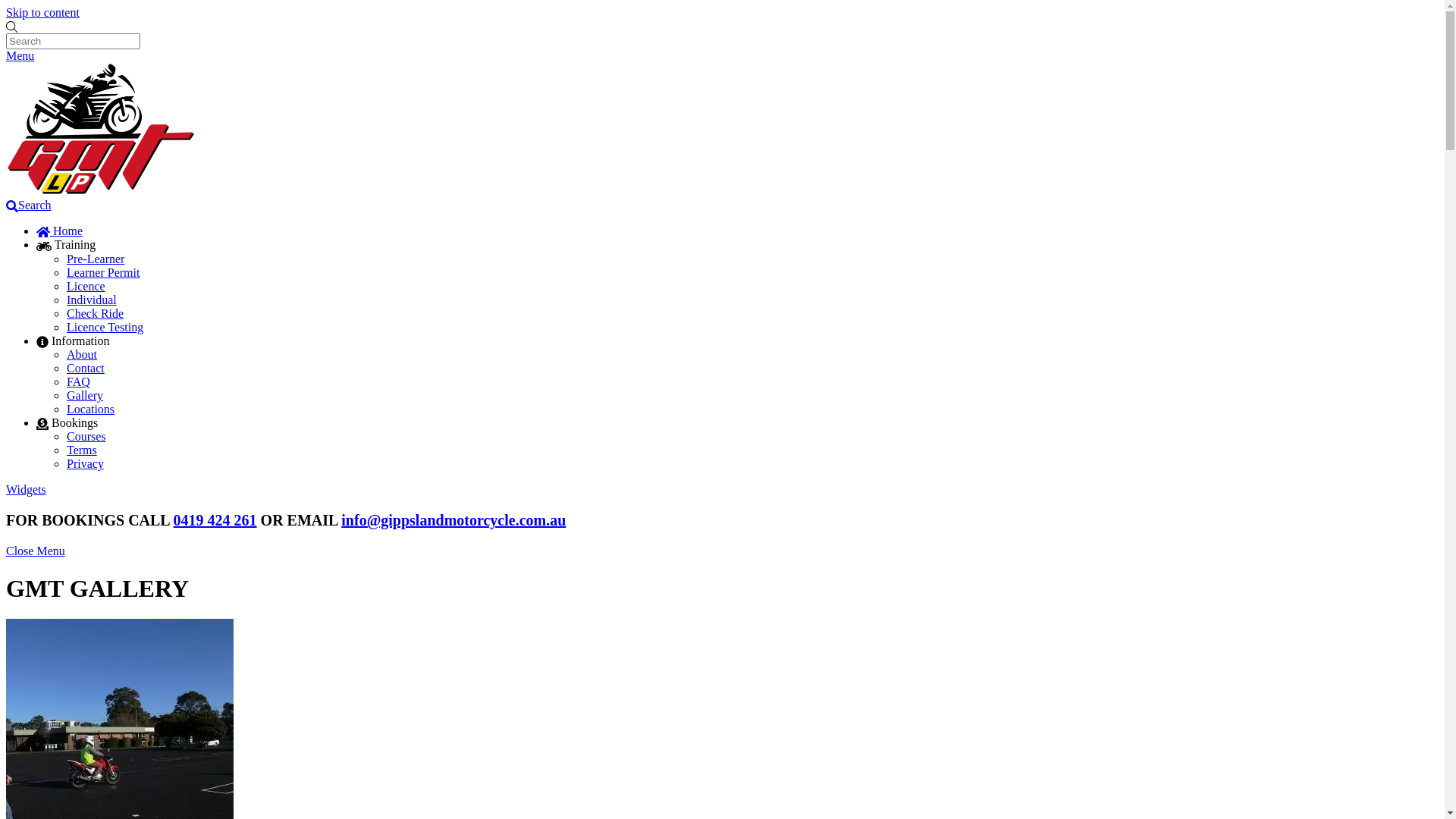  Describe the element at coordinates (80, 354) in the screenshot. I see `'About'` at that location.